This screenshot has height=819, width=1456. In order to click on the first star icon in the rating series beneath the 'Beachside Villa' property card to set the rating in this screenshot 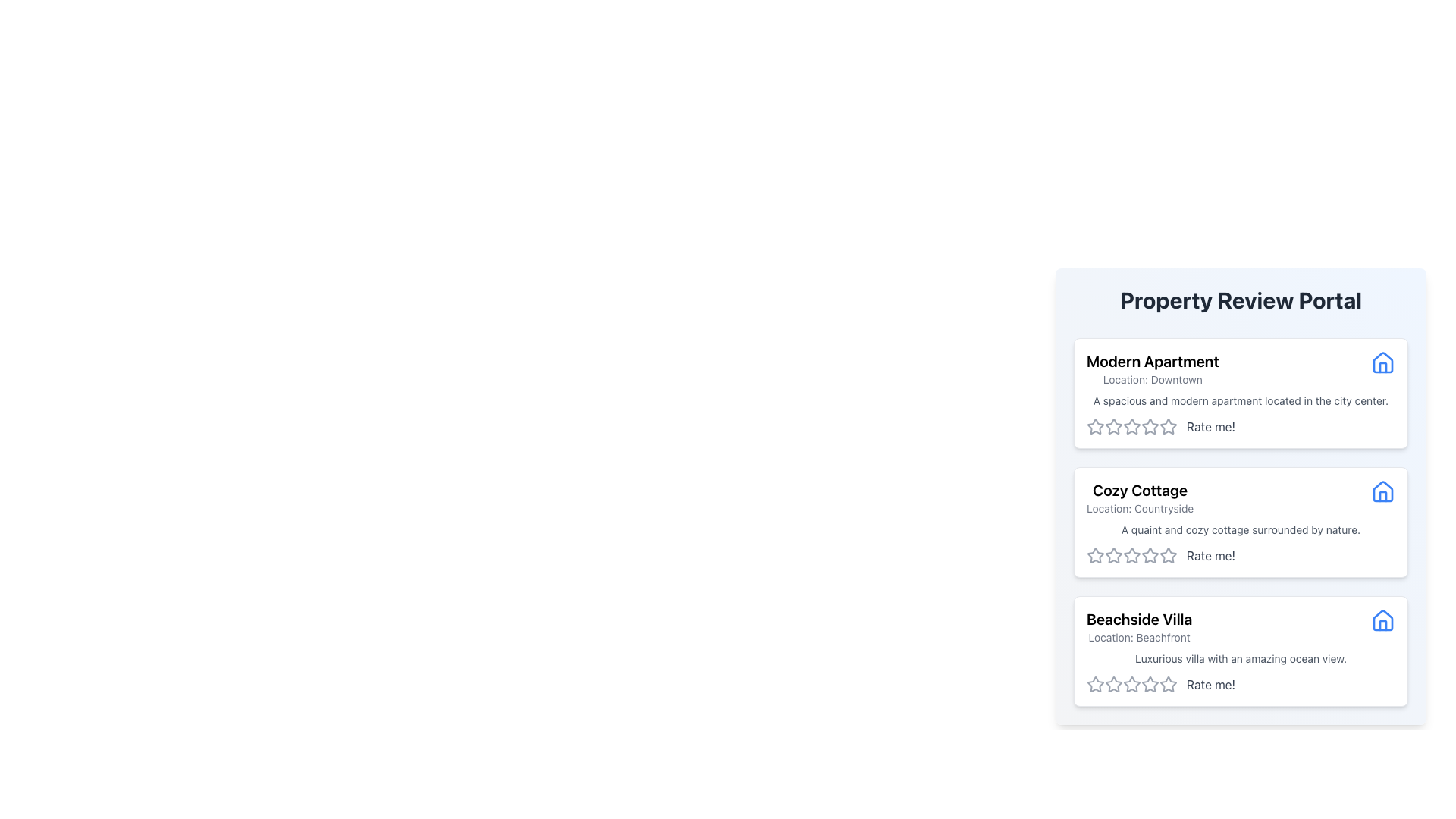, I will do `click(1131, 684)`.